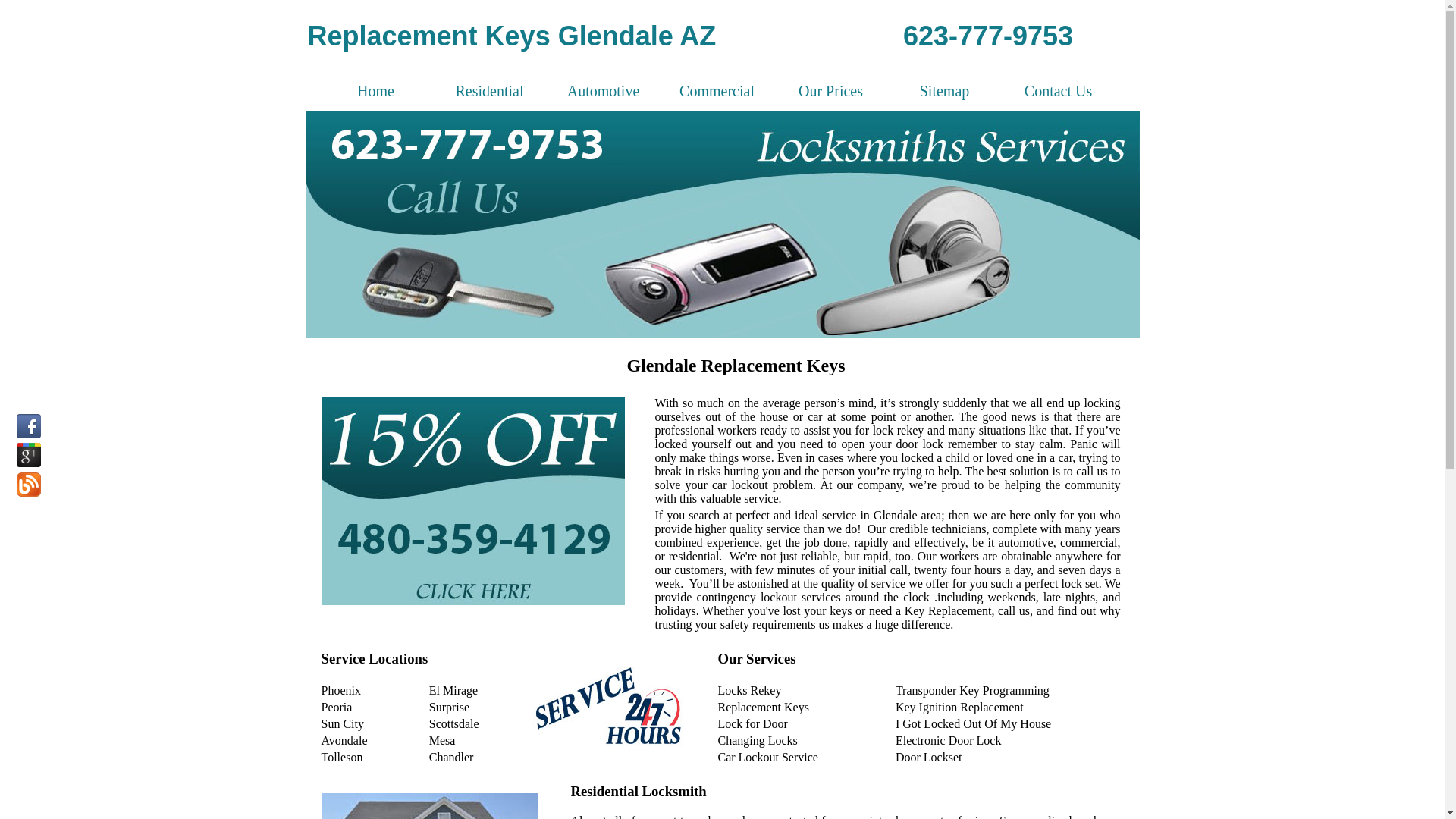  Describe the element at coordinates (767, 757) in the screenshot. I see `'Car Lockout Service'` at that location.